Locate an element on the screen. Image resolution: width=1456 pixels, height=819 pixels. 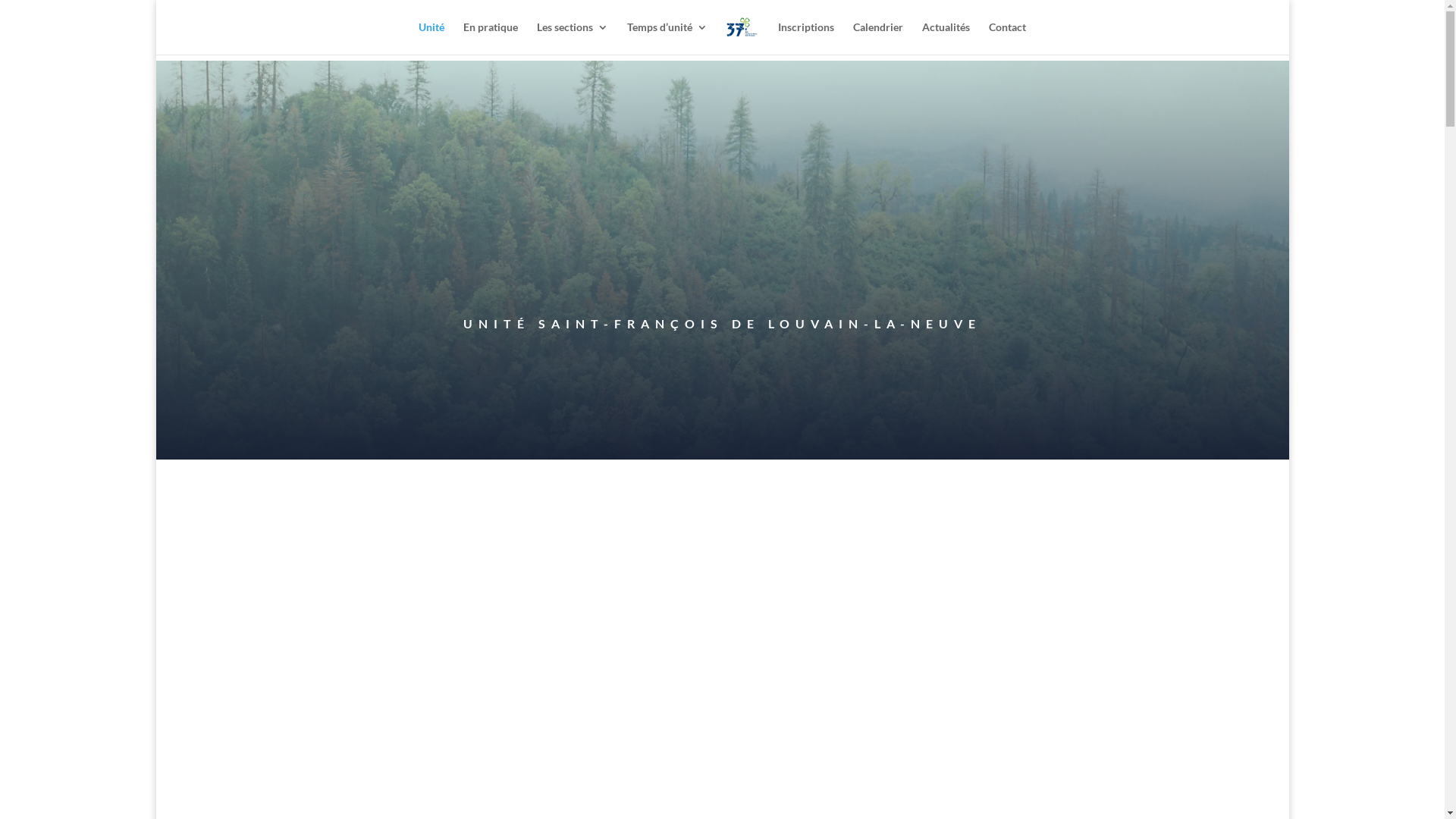
'Les sections' is located at coordinates (571, 37).